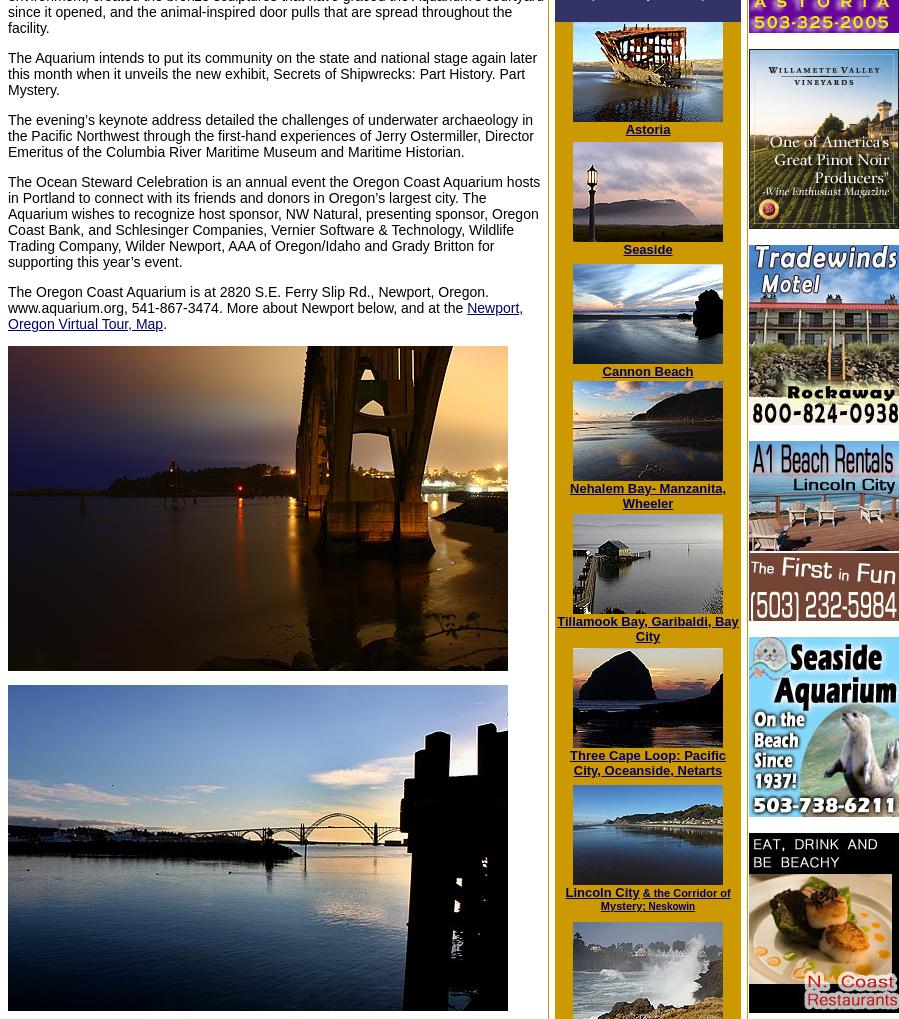 The image size is (899, 1019). Describe the element at coordinates (162, 323) in the screenshot. I see `'.'` at that location.